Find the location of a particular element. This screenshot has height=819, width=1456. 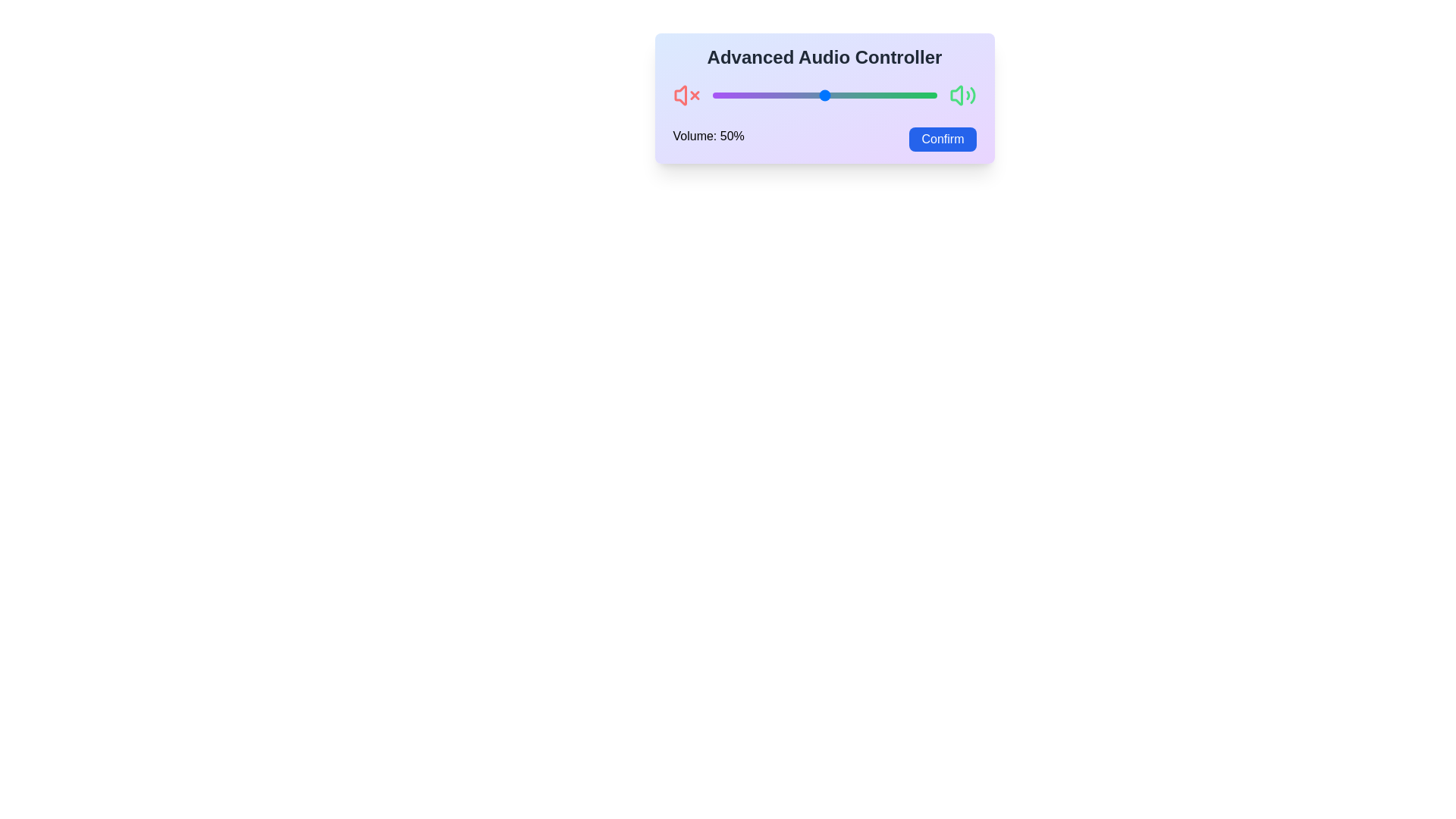

the volume slider to set the volume to 97% is located at coordinates (929, 96).